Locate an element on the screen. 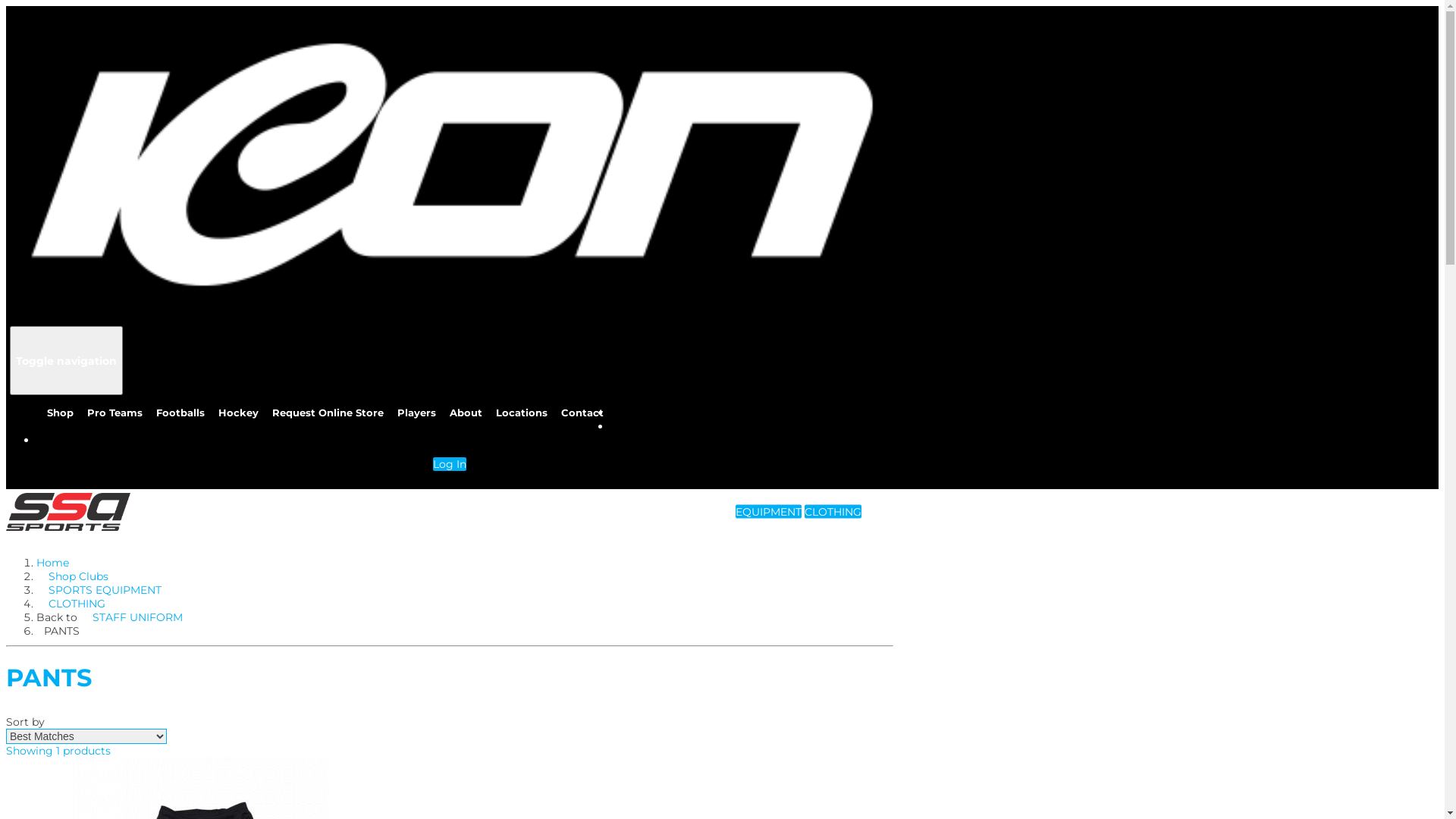 The height and width of the screenshot is (819, 1456). 'Contact' is located at coordinates (582, 414).